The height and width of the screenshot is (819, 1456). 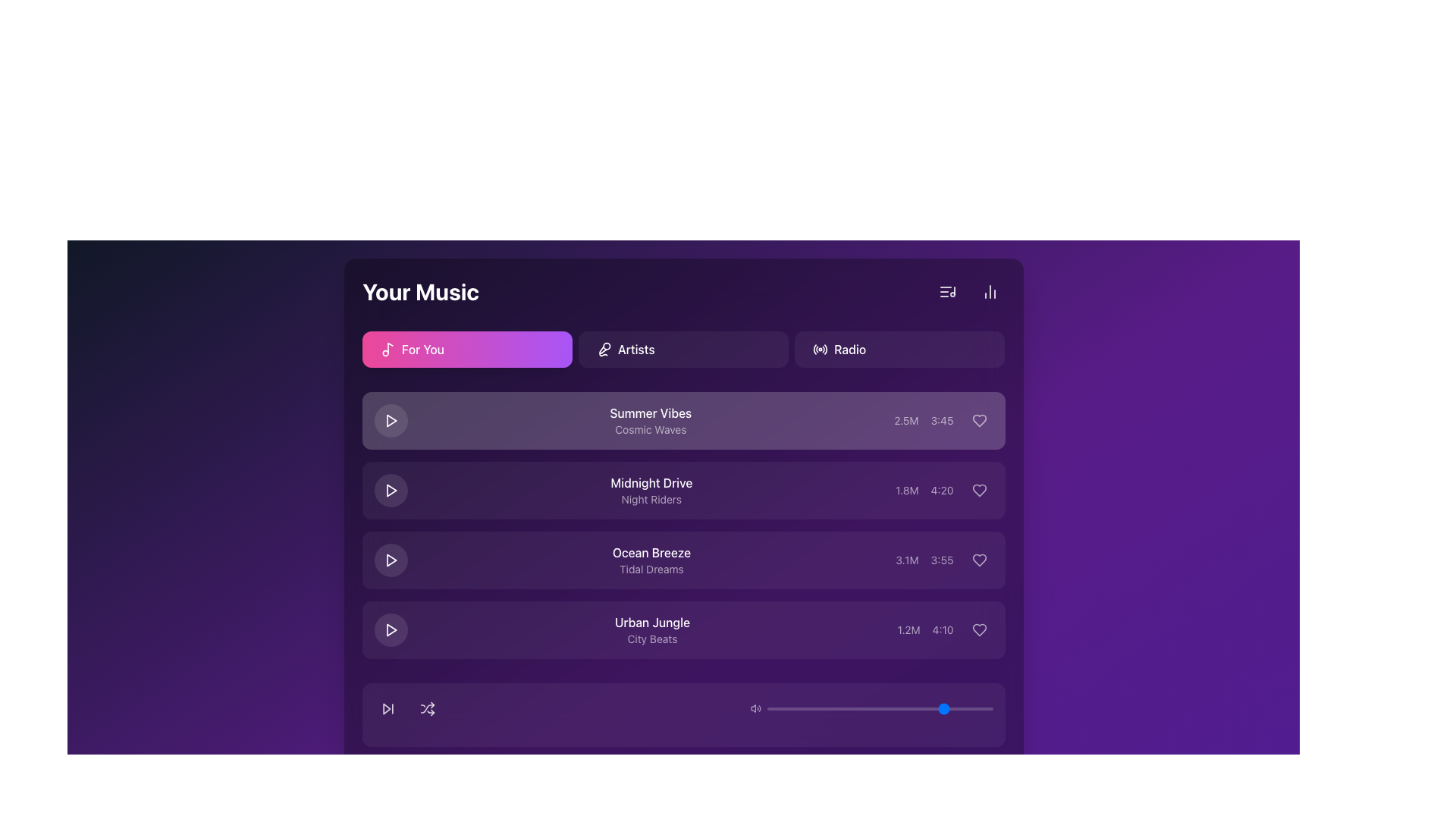 What do you see at coordinates (391, 491) in the screenshot?
I see `the rounded button with a translucent white background and a triangular play icon at the left side of the 'Midnight Drive' entry in the music playlist interface` at bounding box center [391, 491].